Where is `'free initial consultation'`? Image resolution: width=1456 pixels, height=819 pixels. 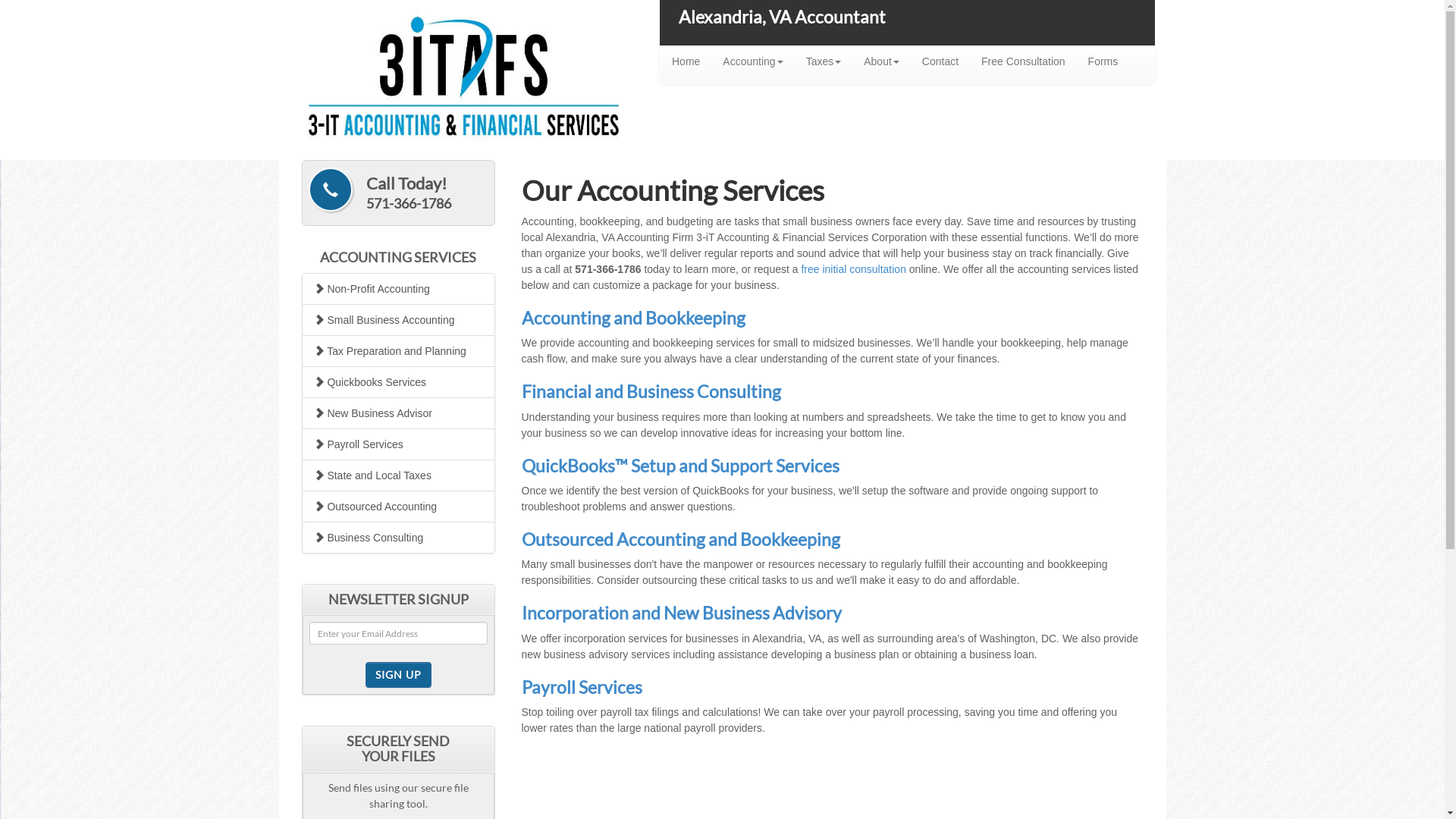
'free initial consultation' is located at coordinates (853, 268).